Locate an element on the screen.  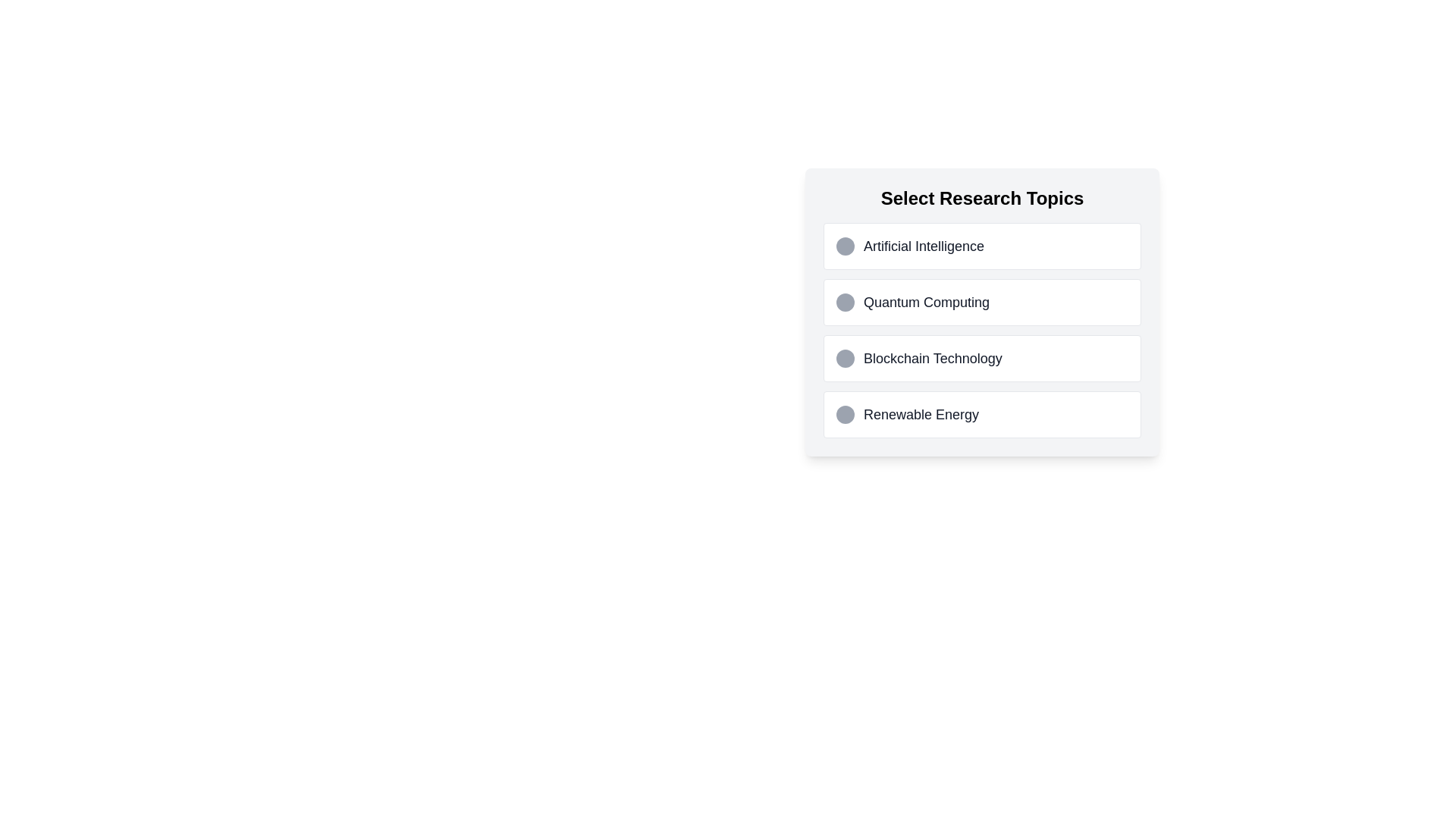
the circular icon of the third option in the 'Select Research Topics' list is located at coordinates (918, 359).